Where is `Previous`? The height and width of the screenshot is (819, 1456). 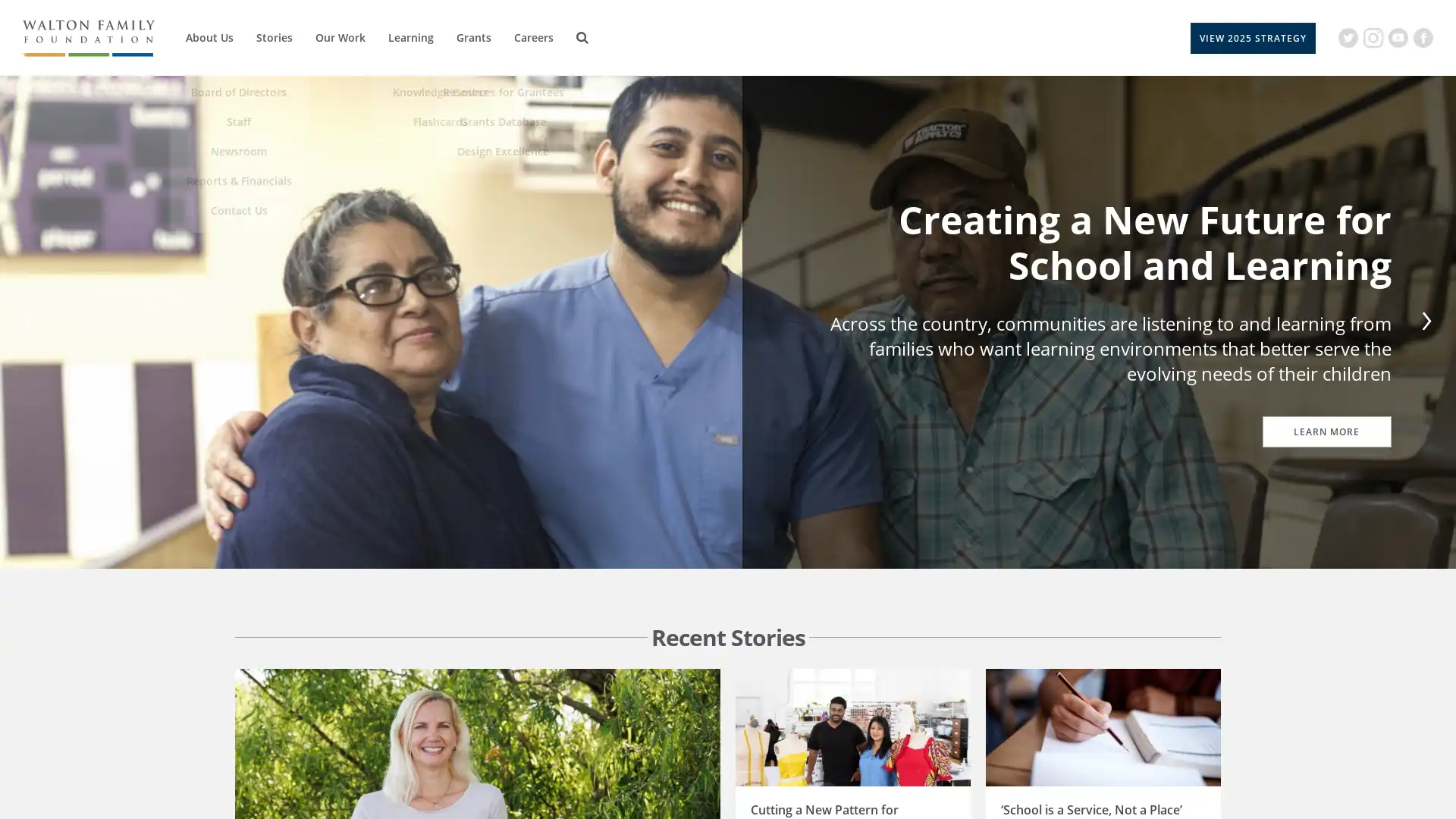 Previous is located at coordinates (32, 321).